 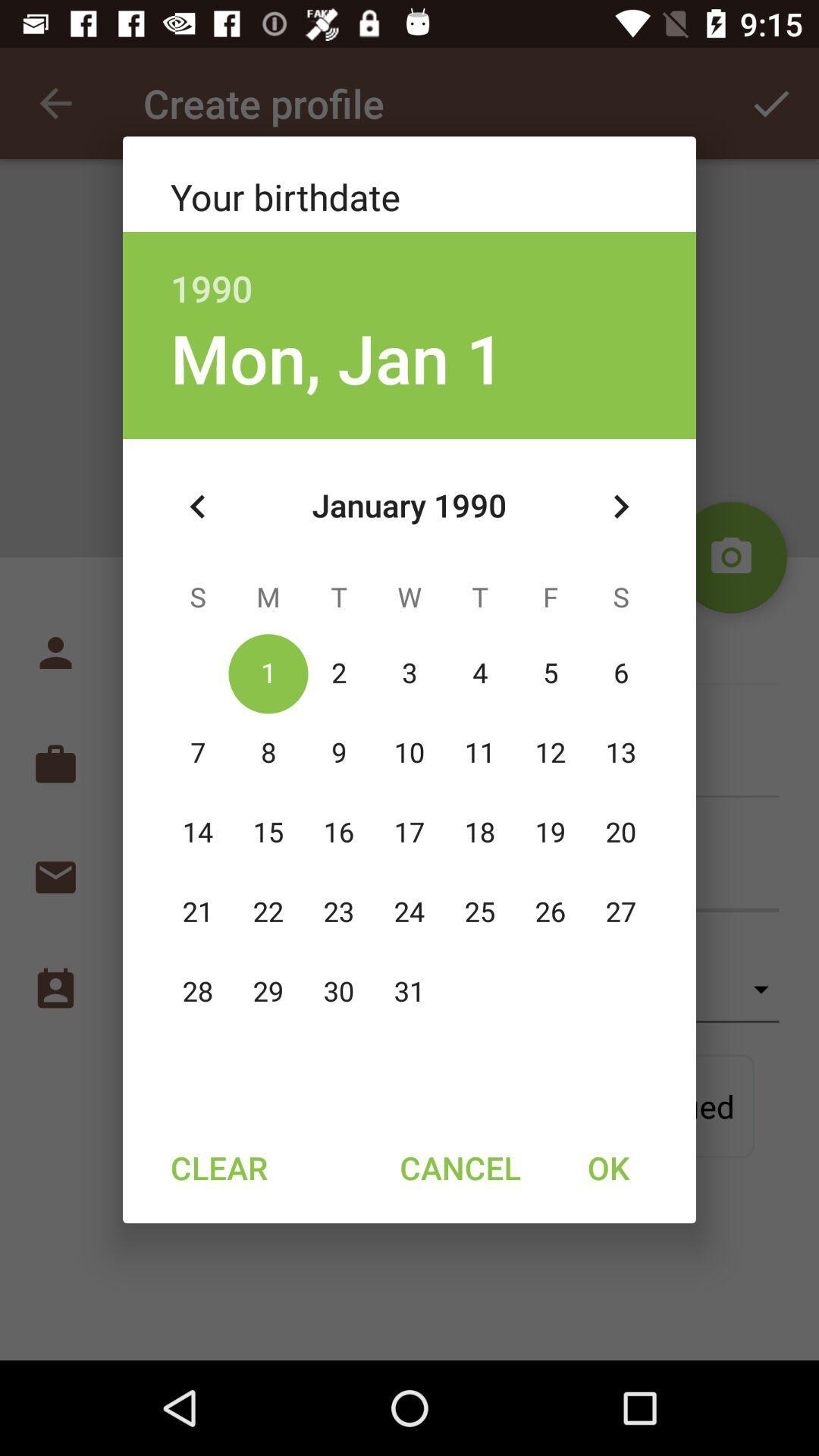 What do you see at coordinates (219, 1166) in the screenshot?
I see `clear item` at bounding box center [219, 1166].